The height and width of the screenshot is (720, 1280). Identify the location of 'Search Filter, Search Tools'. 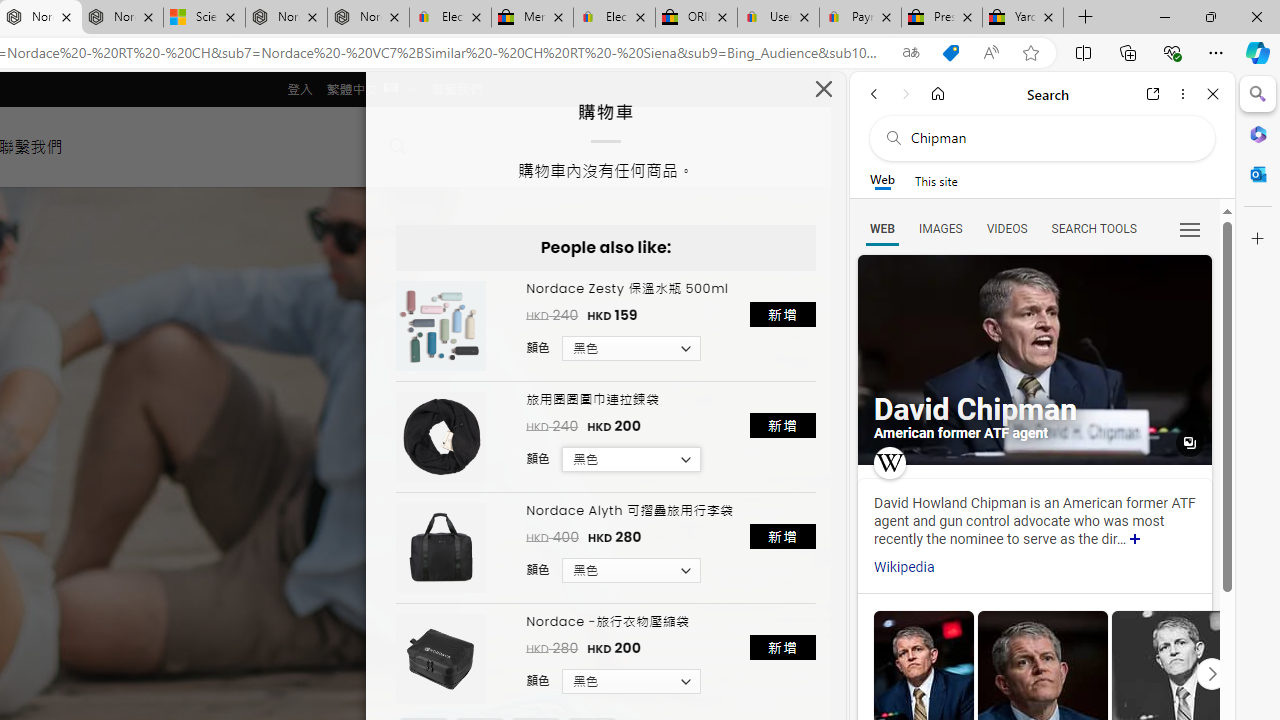
(1092, 227).